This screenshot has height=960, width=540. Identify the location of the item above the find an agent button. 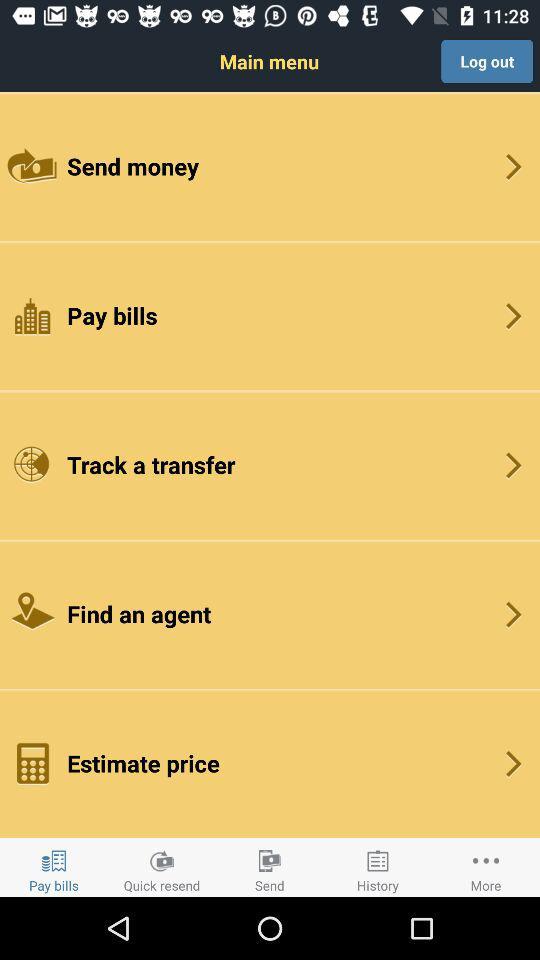
(270, 465).